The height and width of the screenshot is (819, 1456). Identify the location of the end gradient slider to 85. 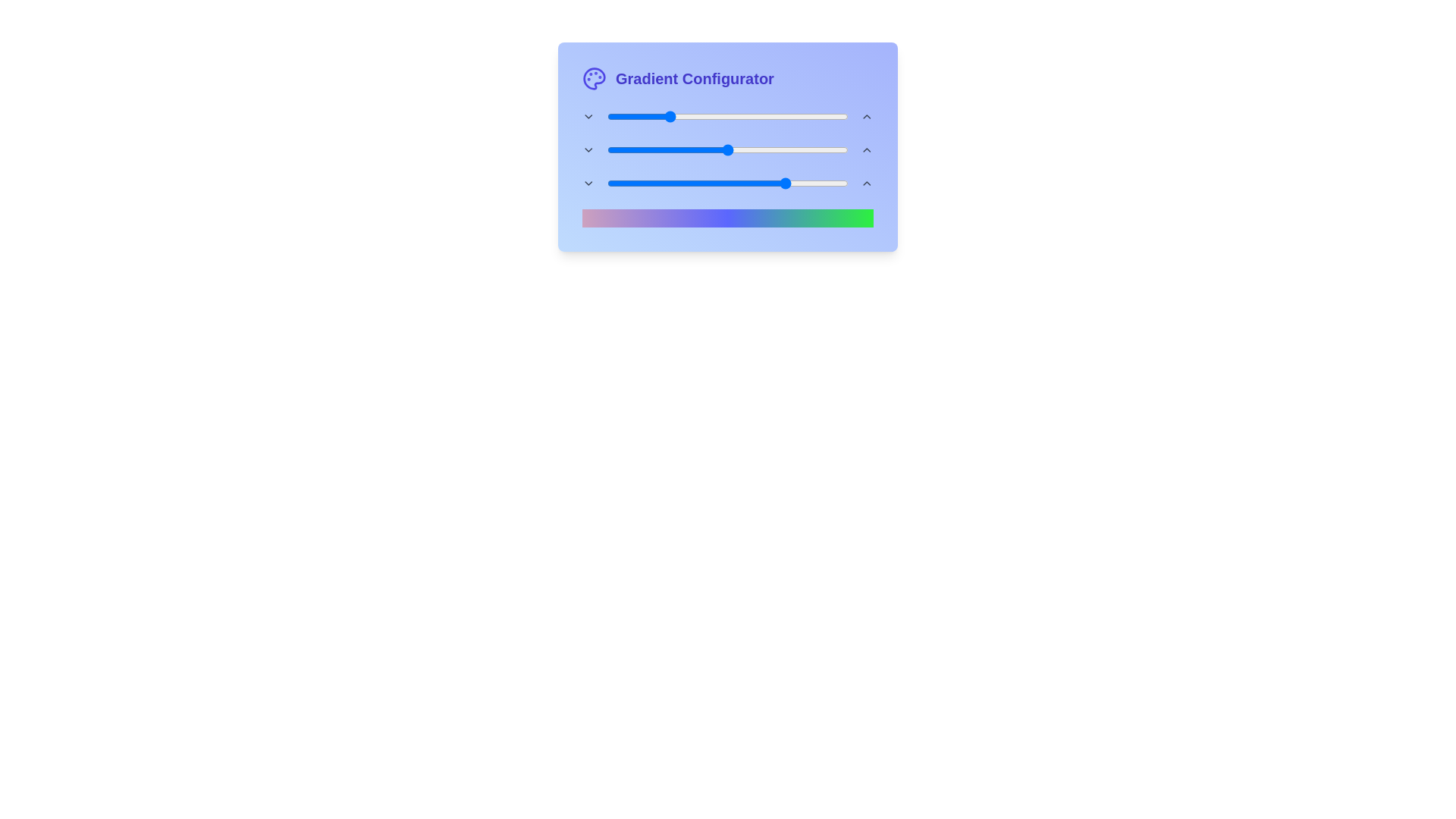
(811, 183).